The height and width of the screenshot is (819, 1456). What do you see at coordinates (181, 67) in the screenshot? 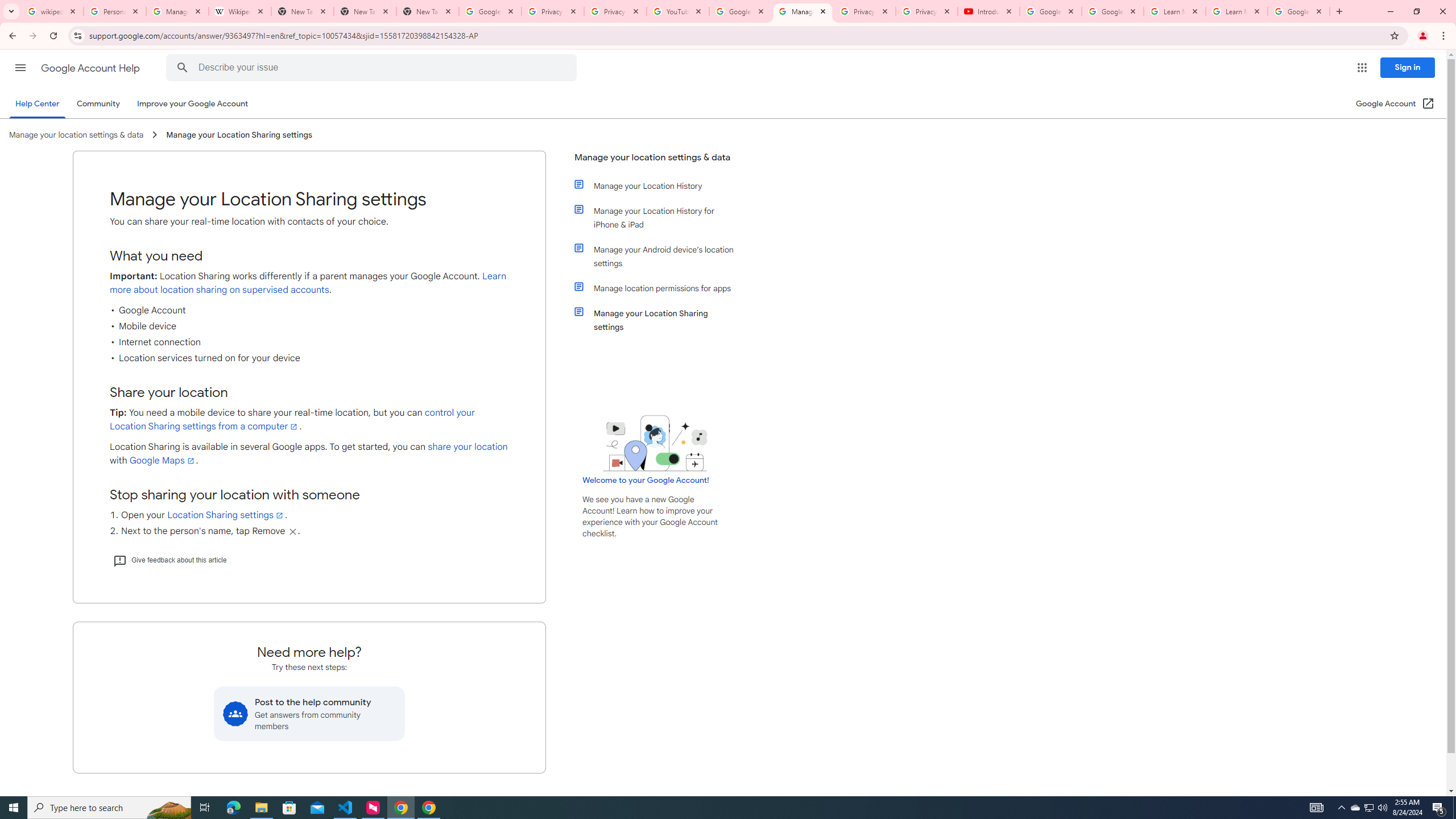
I see `'Search Help Center'` at bounding box center [181, 67].